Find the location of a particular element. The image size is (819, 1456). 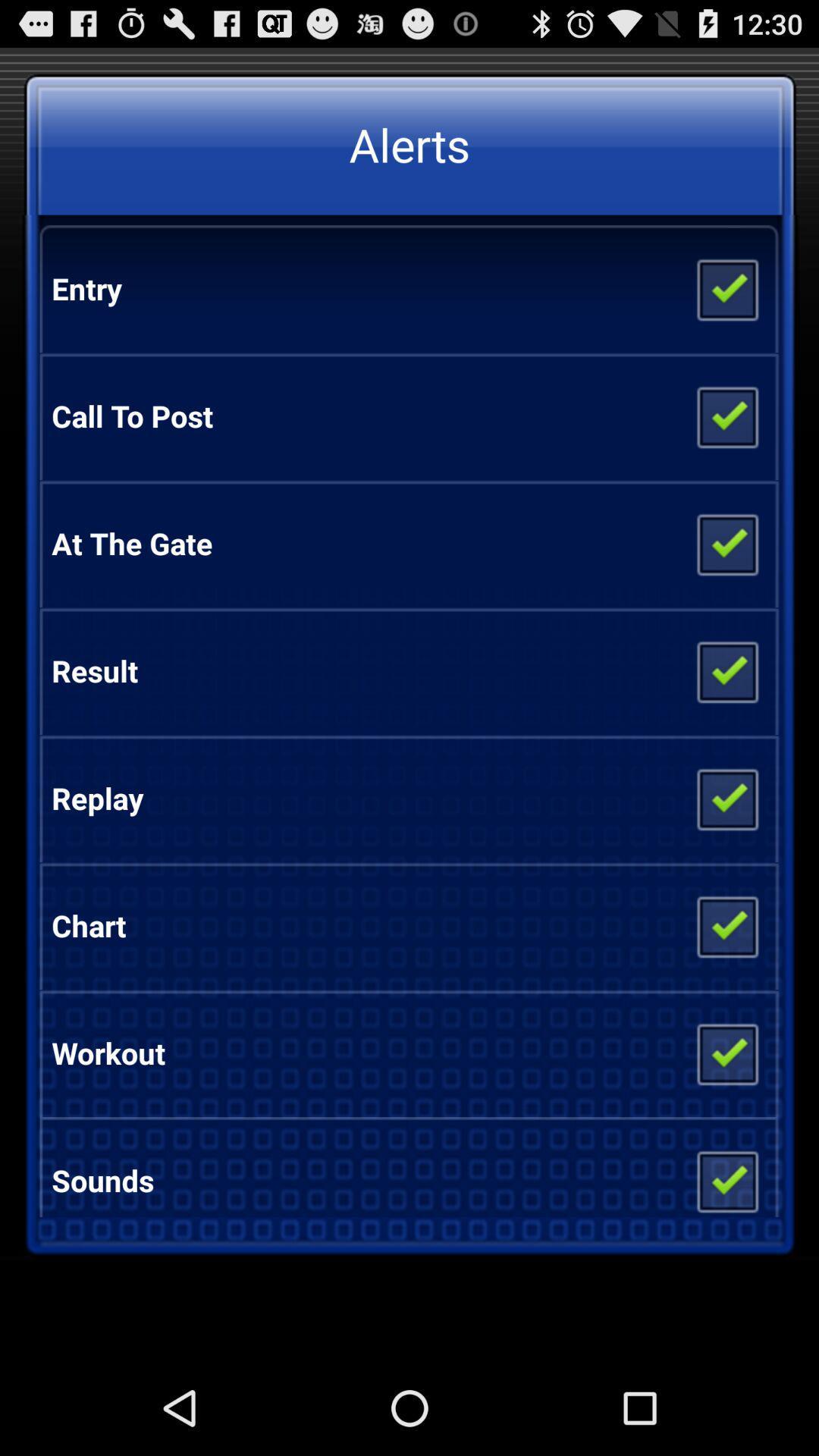

item to the right of the sounds is located at coordinates (726, 1174).